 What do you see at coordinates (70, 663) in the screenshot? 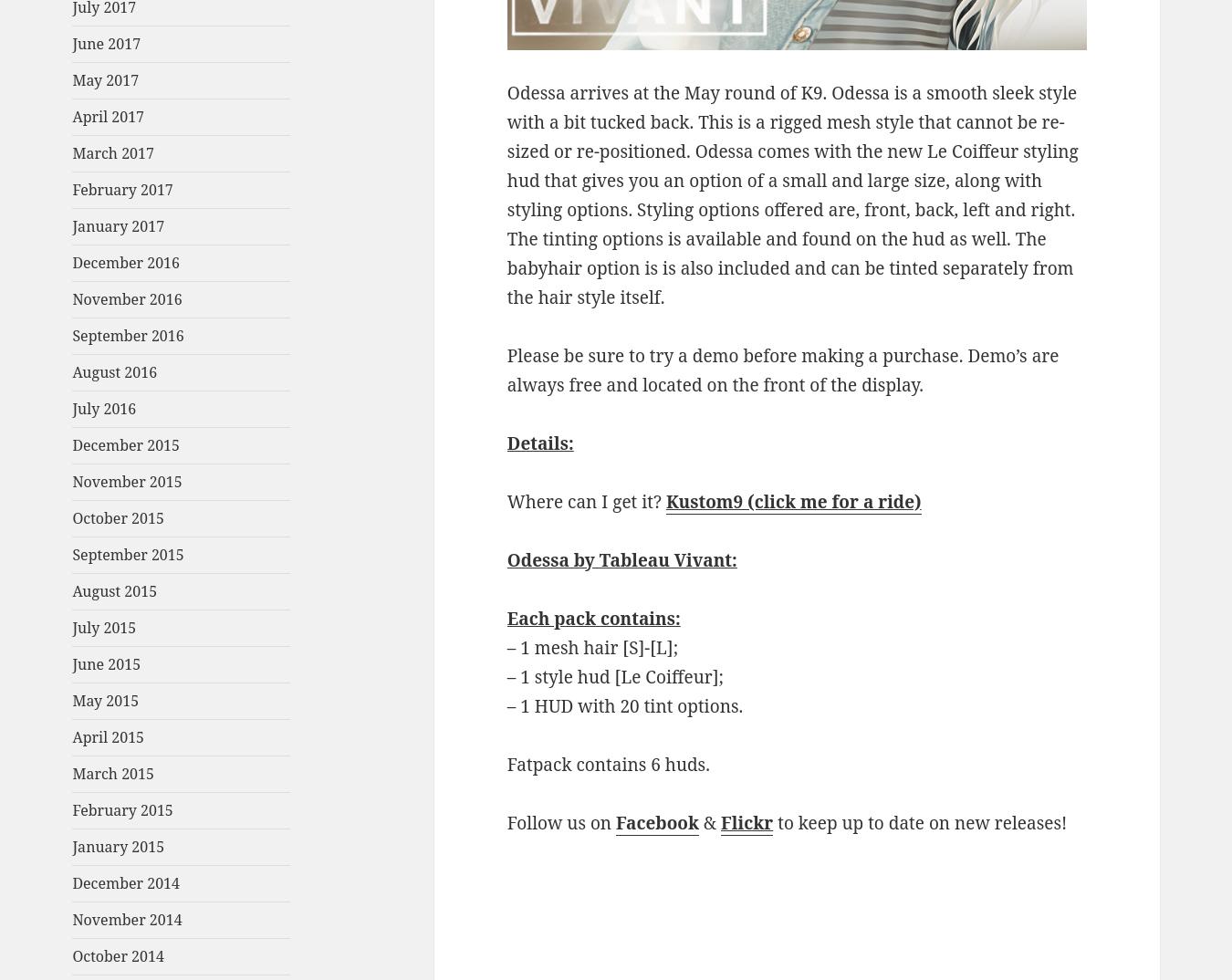
I see `'June 2015'` at bounding box center [70, 663].